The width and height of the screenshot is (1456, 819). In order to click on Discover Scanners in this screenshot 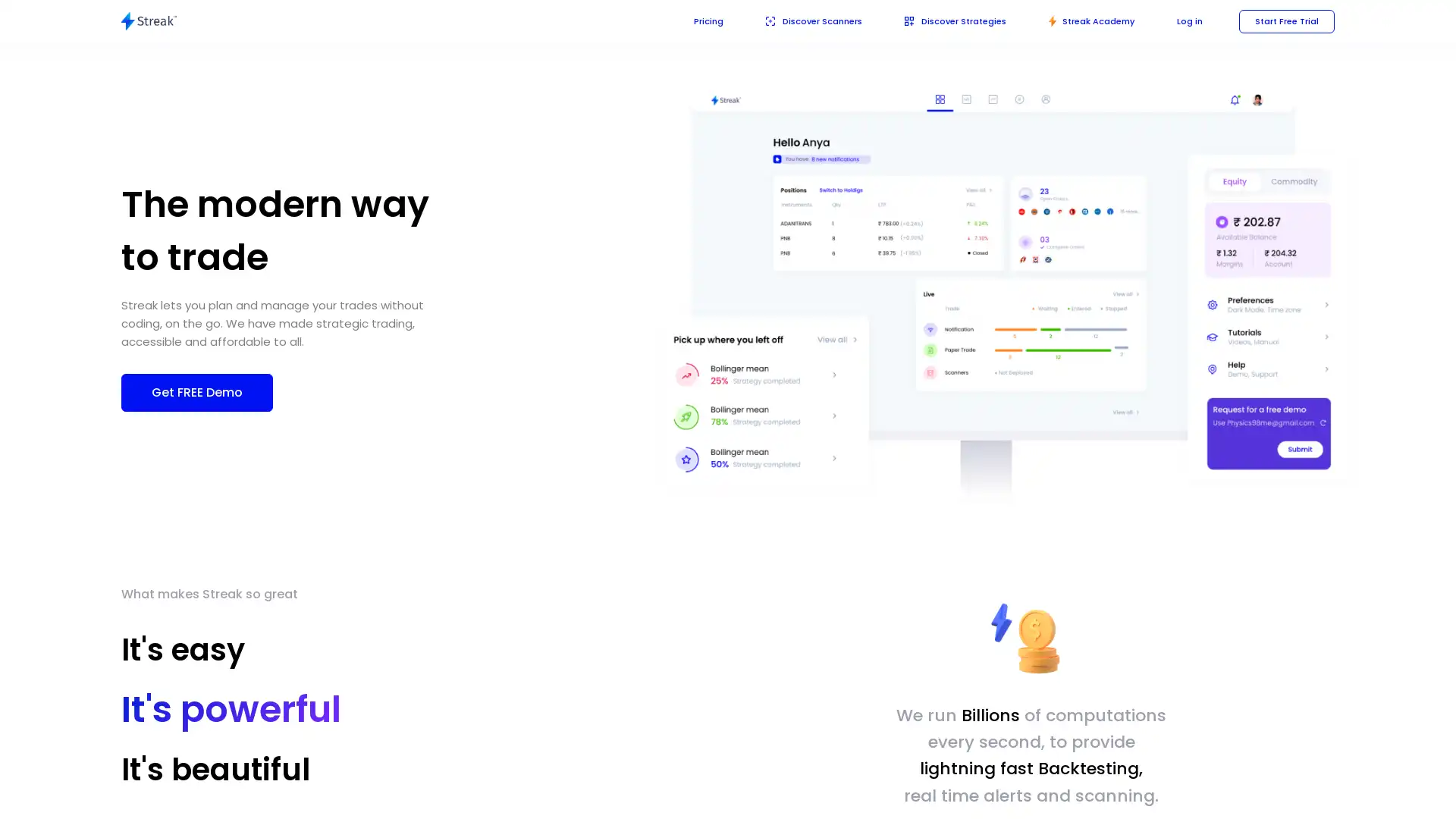, I will do `click(794, 20)`.